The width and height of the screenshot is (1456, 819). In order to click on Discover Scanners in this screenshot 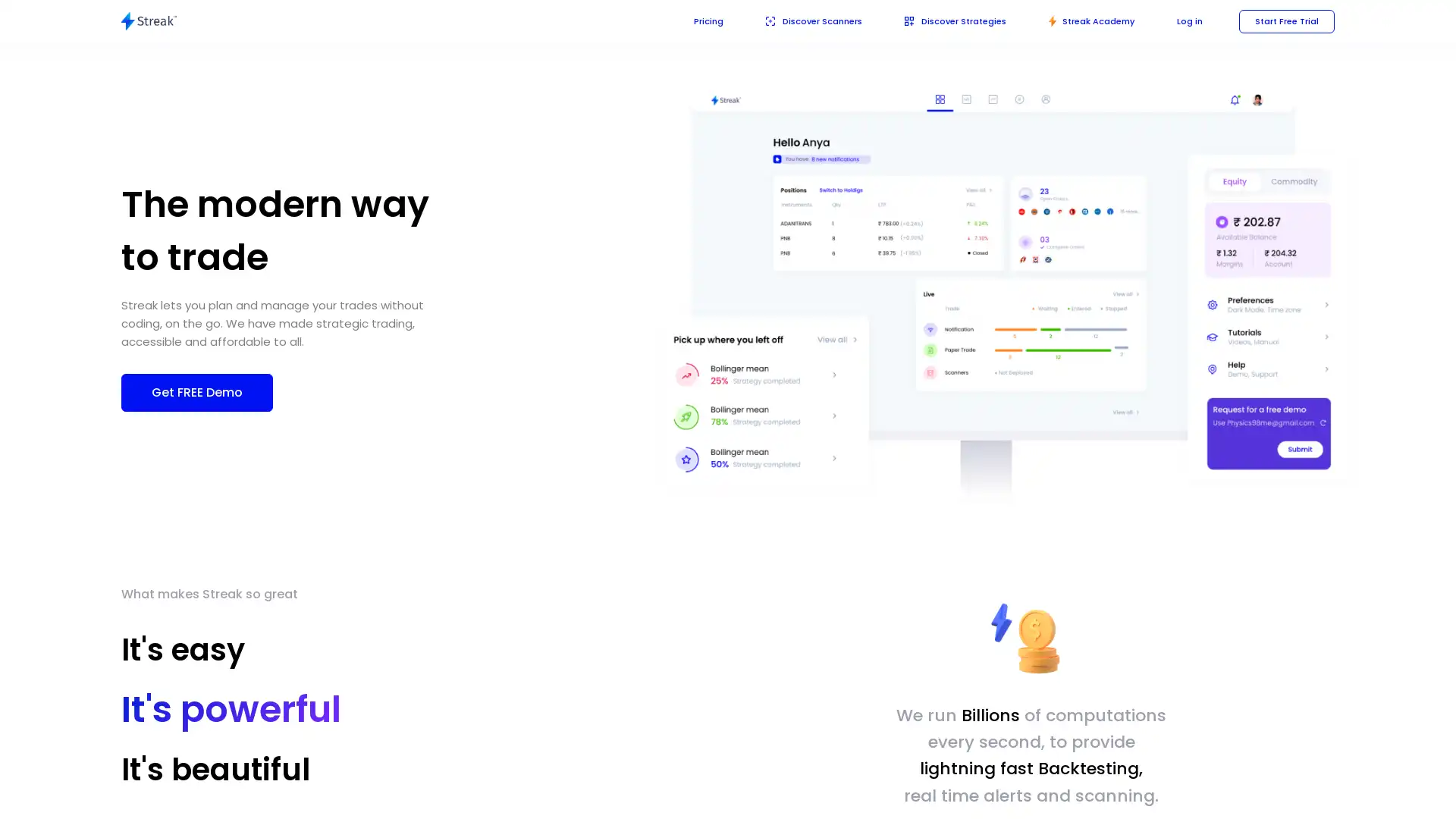, I will do `click(794, 20)`.